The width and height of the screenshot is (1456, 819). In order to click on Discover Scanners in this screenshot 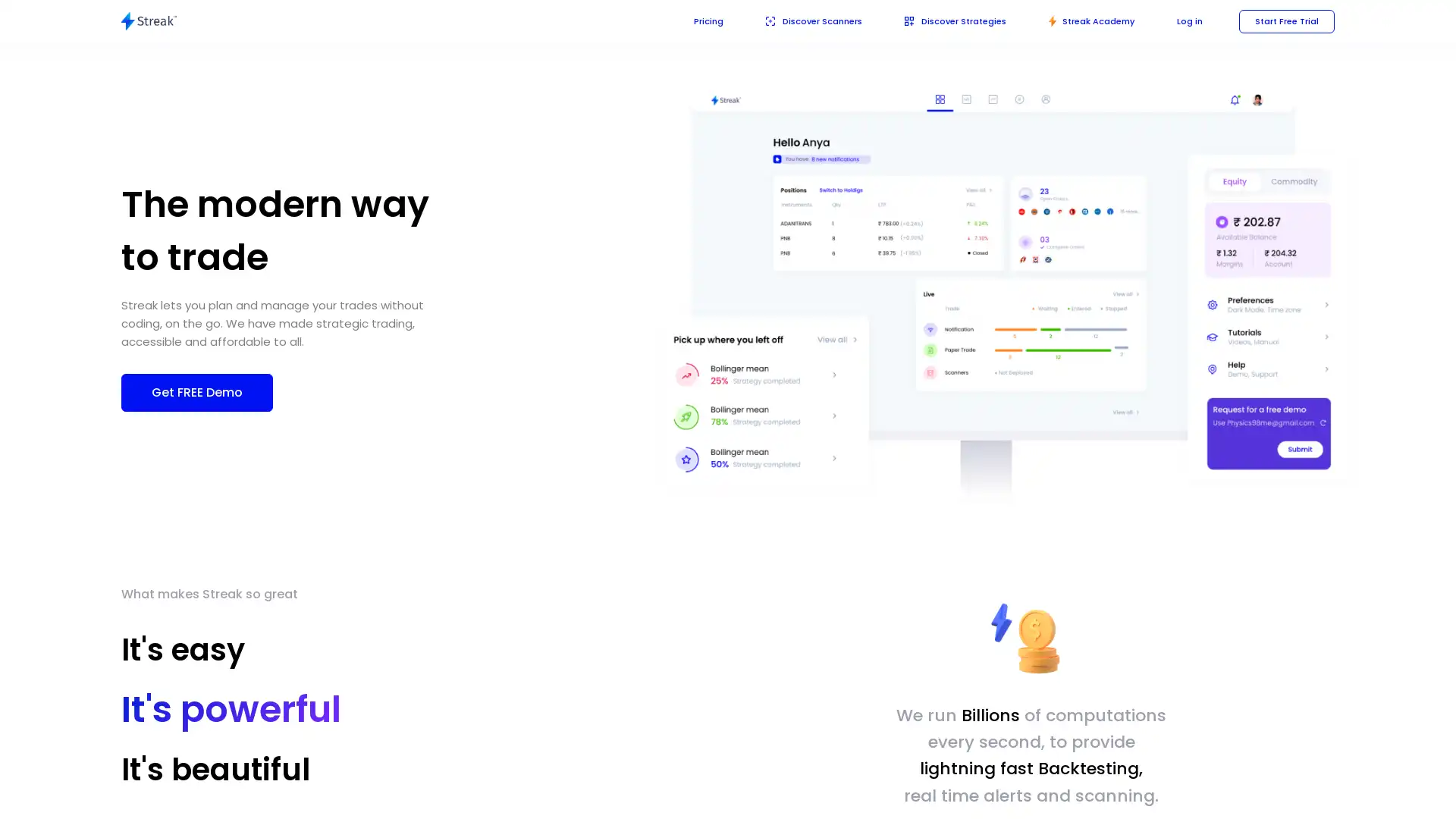, I will do `click(794, 20)`.